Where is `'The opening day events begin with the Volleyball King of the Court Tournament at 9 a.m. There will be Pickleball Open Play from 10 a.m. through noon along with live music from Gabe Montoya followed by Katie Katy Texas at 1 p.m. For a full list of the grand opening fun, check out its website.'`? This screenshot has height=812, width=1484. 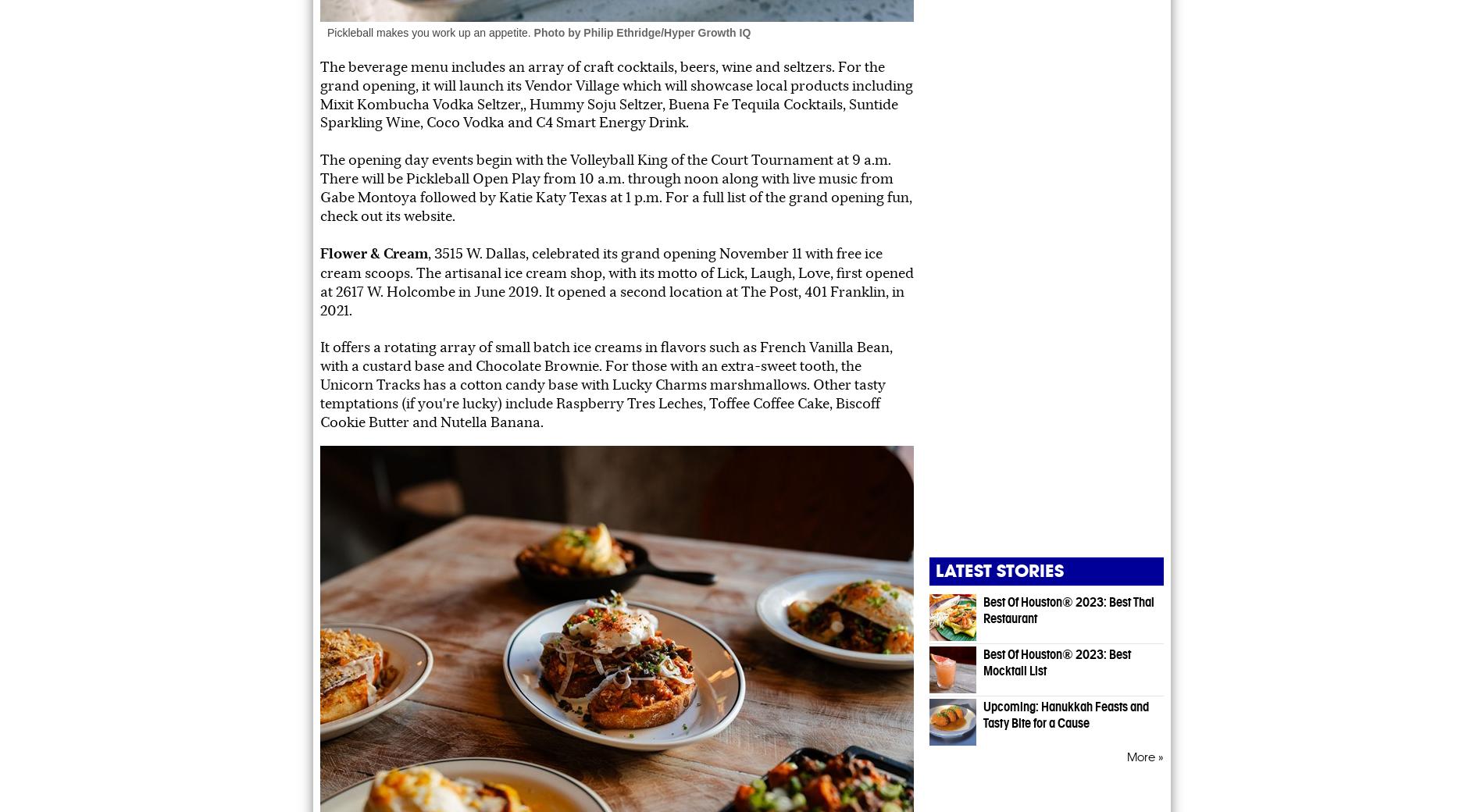
'The opening day events begin with the Volleyball King of the Court Tournament at 9 a.m. There will be Pickleball Open Play from 10 a.m. through noon along with live music from Gabe Montoya followed by Katie Katy Texas at 1 p.m. For a full list of the grand opening fun, check out its website.' is located at coordinates (615, 187).